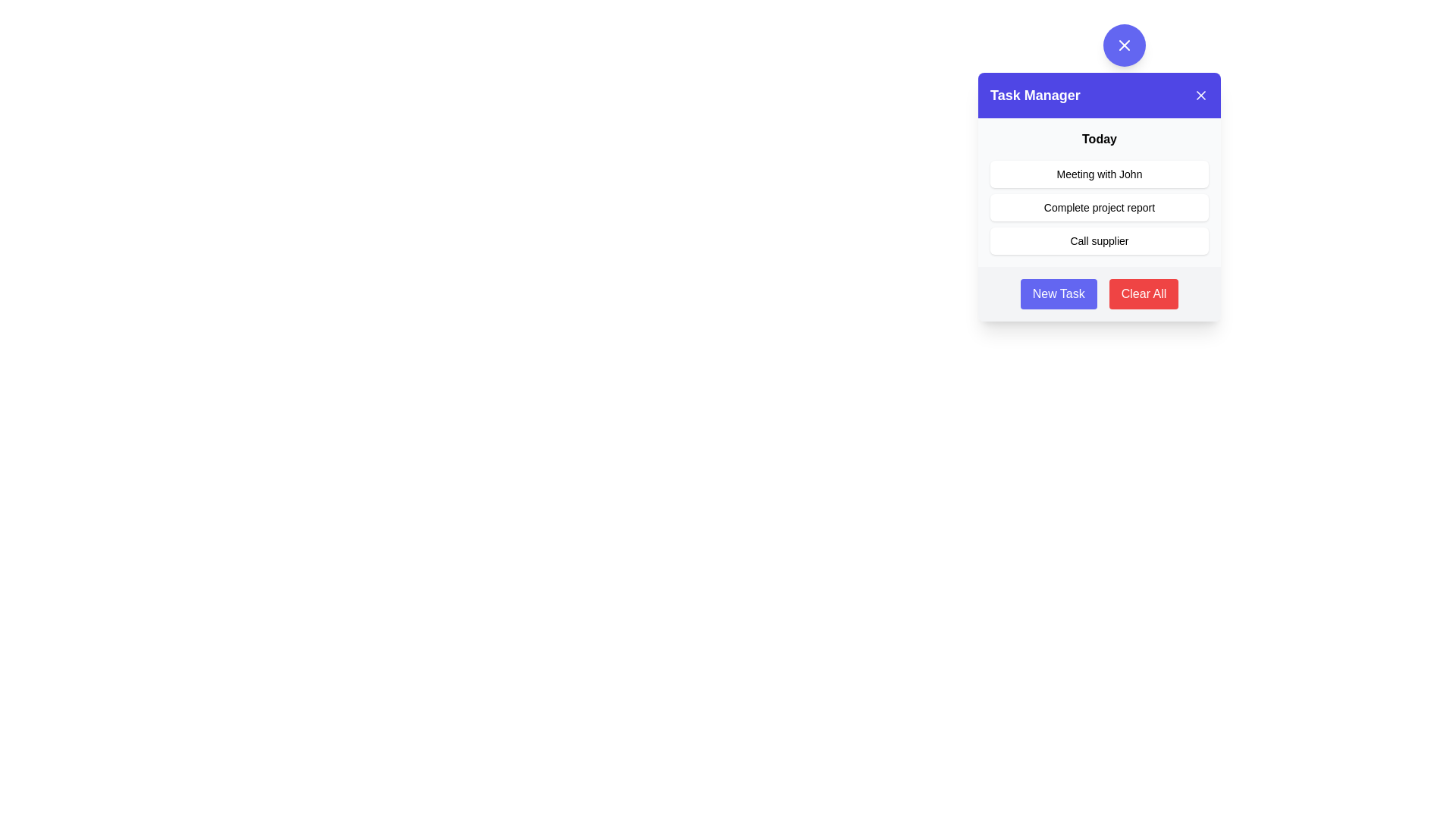  Describe the element at coordinates (1099, 207) in the screenshot. I see `the text label 'Complete project report' within the Task Manager interface` at that location.